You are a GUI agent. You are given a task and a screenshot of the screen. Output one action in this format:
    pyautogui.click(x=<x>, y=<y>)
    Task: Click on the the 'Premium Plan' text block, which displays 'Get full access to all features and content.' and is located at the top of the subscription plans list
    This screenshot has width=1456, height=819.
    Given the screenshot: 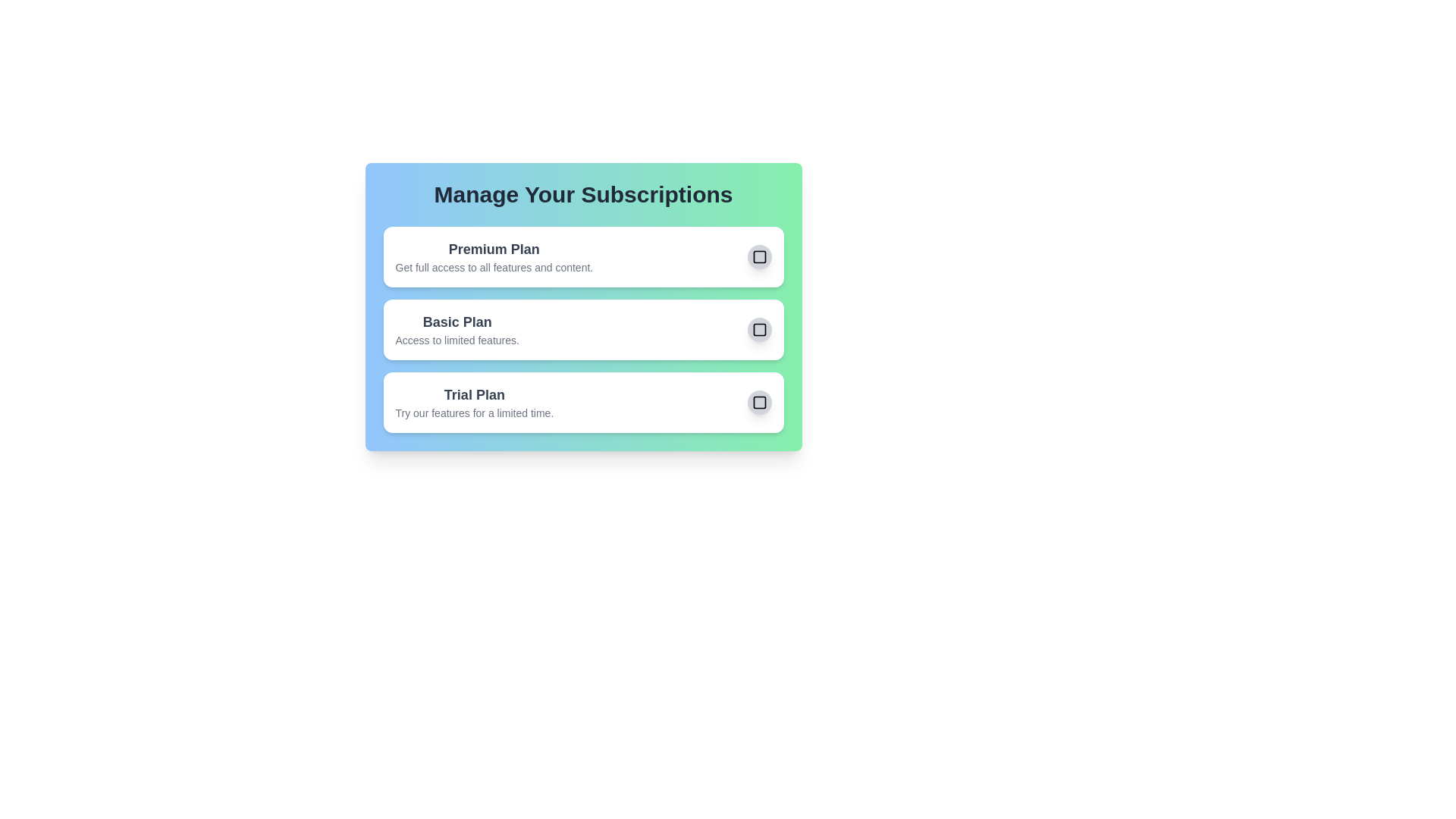 What is the action you would take?
    pyautogui.click(x=494, y=256)
    